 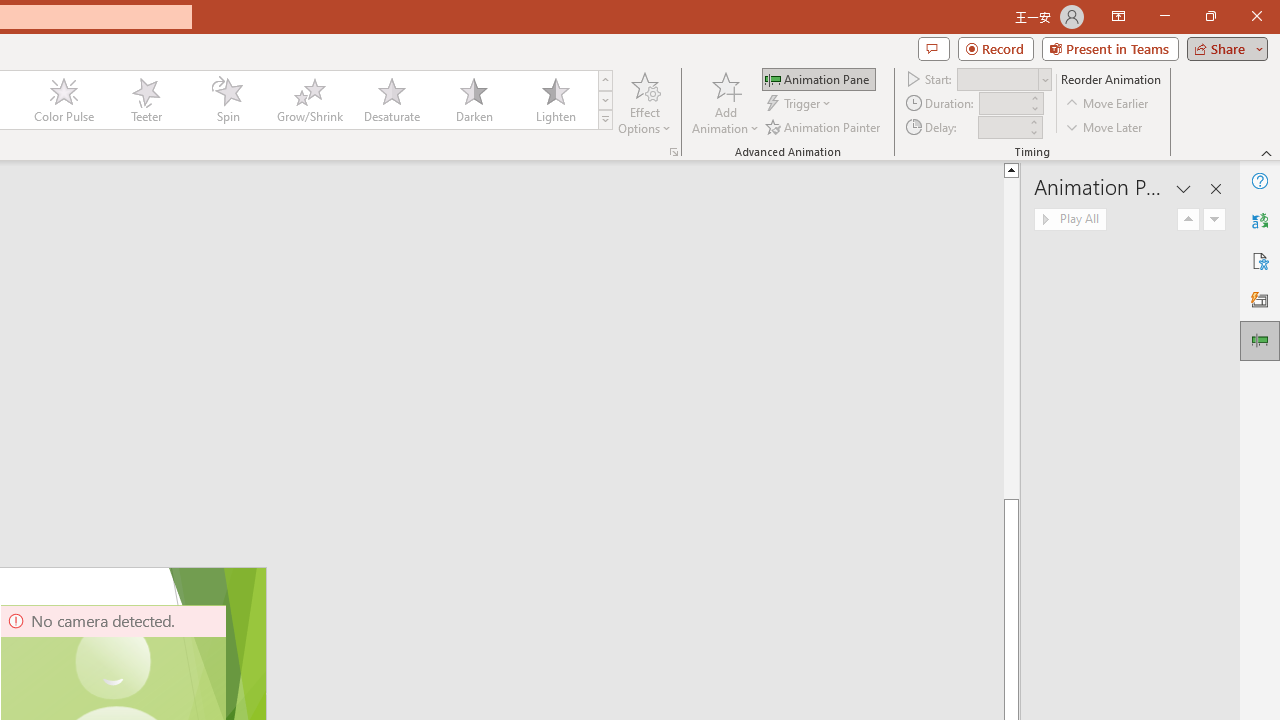 I want to click on 'Animation Pane', so click(x=818, y=78).